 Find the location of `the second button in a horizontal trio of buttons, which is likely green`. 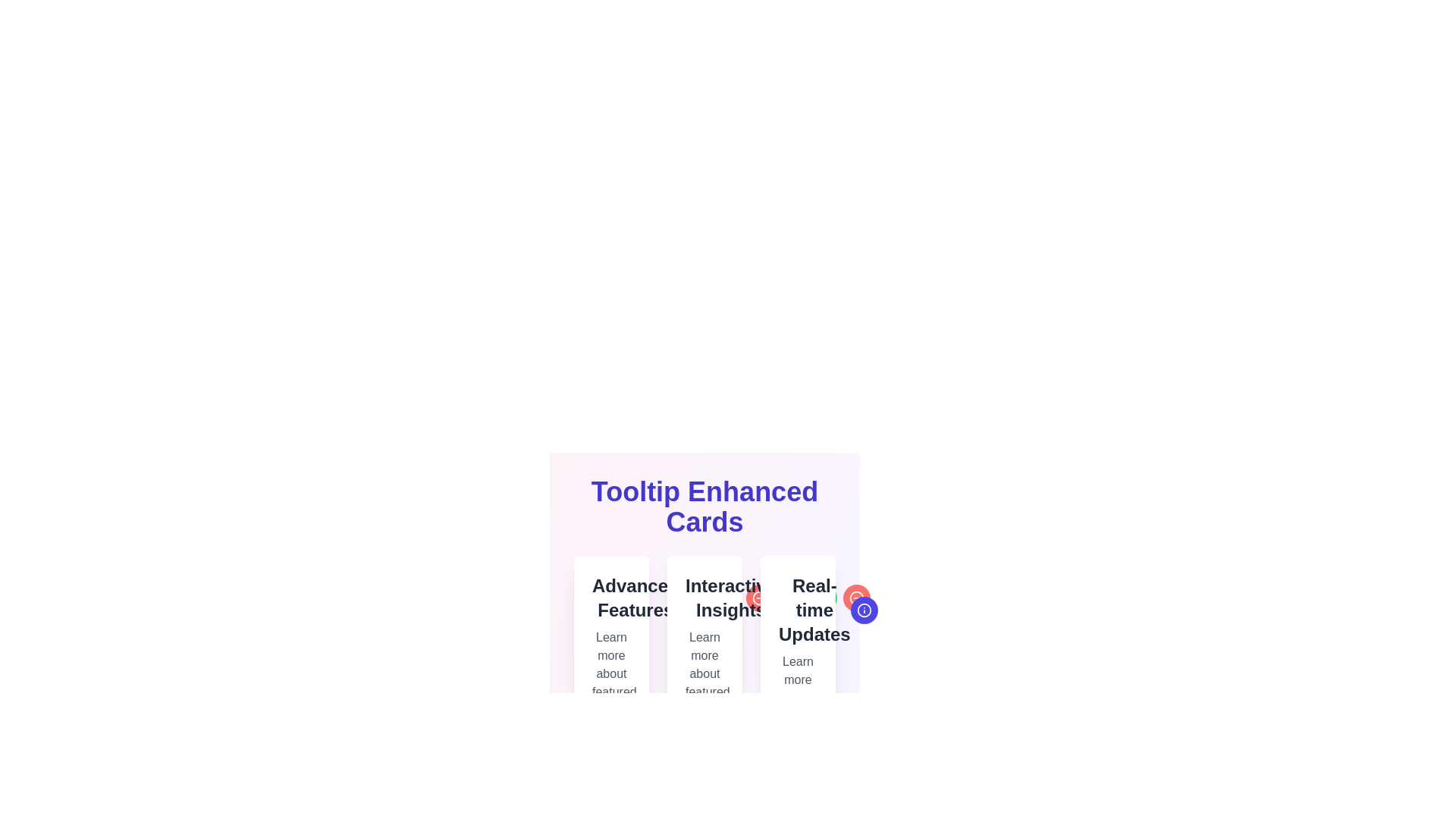

the second button in a horizontal trio of buttons, which is likely green is located at coordinates (725, 598).